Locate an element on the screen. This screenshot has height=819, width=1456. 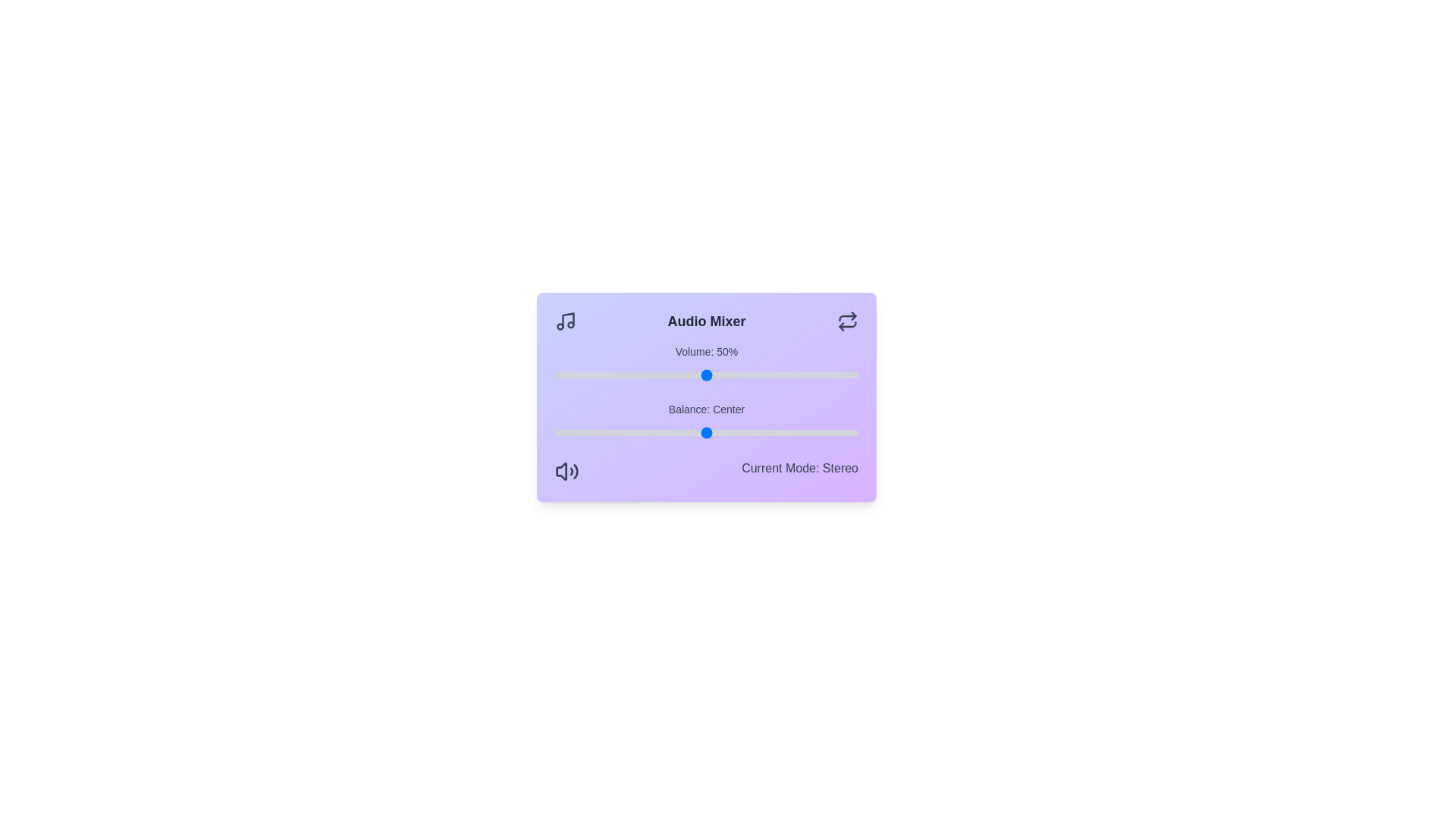
the volume to 42% is located at coordinates (682, 375).